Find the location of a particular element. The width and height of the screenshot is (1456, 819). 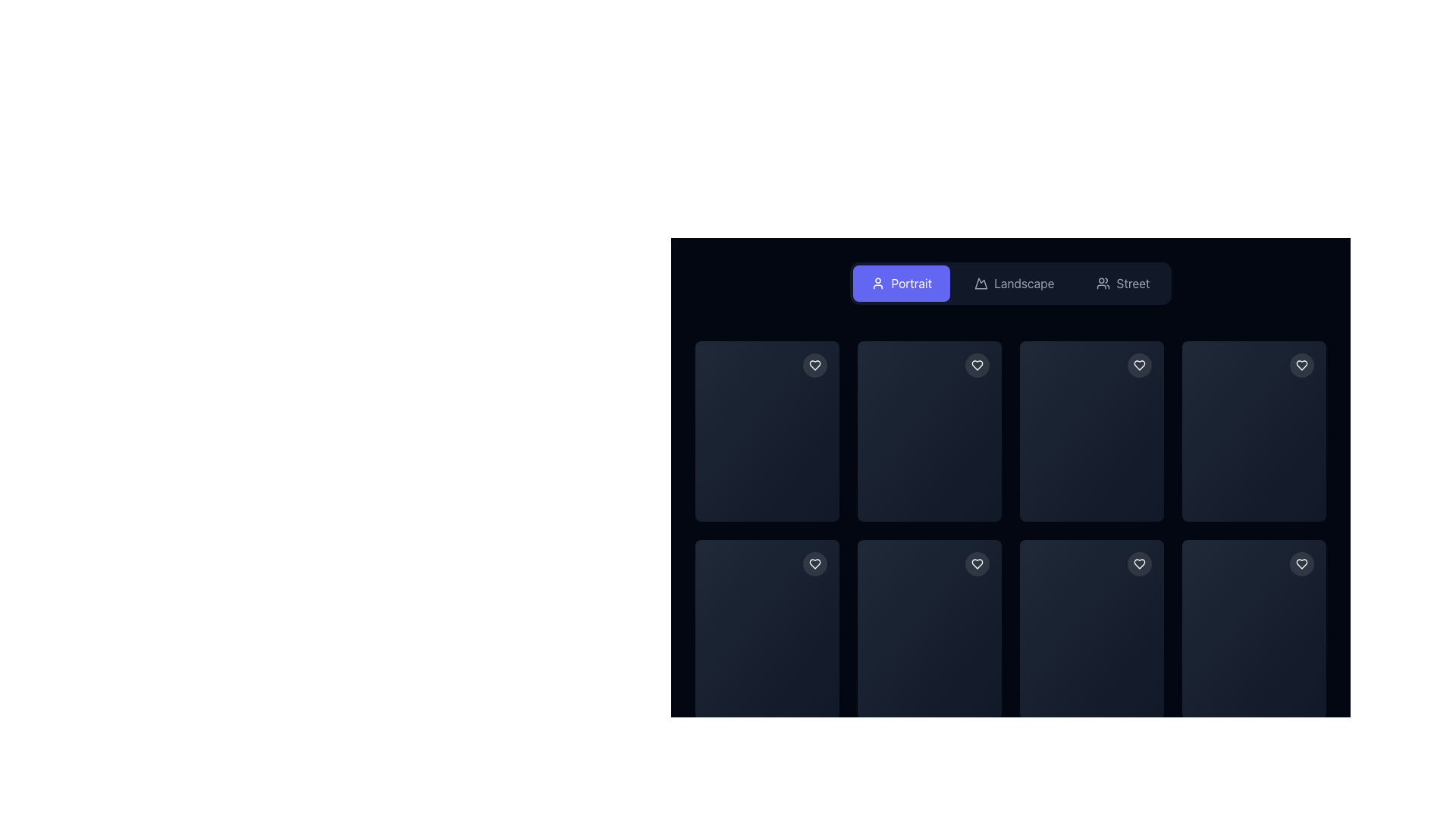

the favorite button represented by a heart icon, located in the bottom row of a grid, specifically the fourth element in its column is located at coordinates (1139, 563).